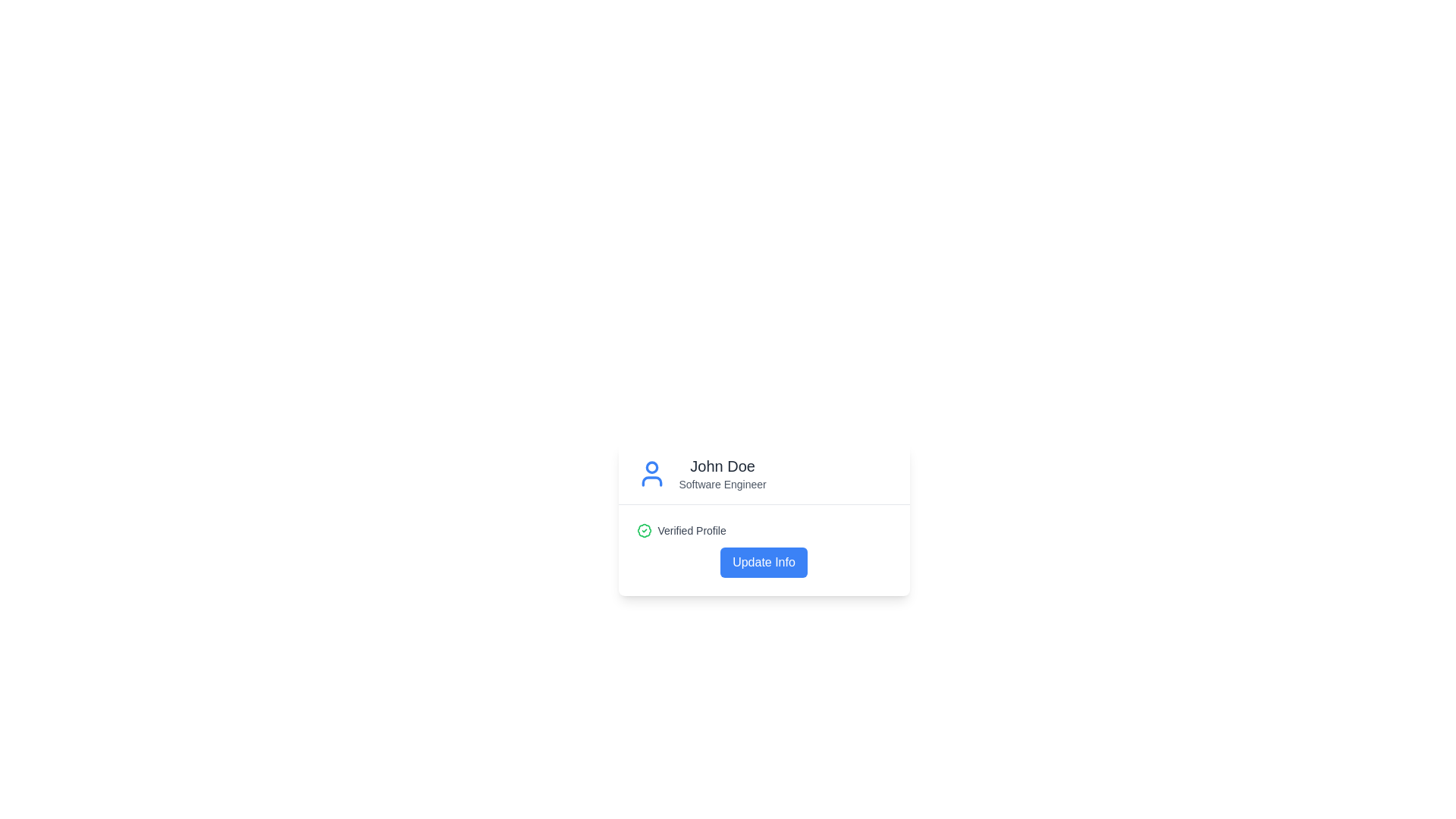 This screenshot has width=1456, height=819. Describe the element at coordinates (644, 529) in the screenshot. I see `the green circular badge icon with a check mark that signifies approval, located to the left of the 'Verified Profile' text in the lower section of the card layout` at that location.